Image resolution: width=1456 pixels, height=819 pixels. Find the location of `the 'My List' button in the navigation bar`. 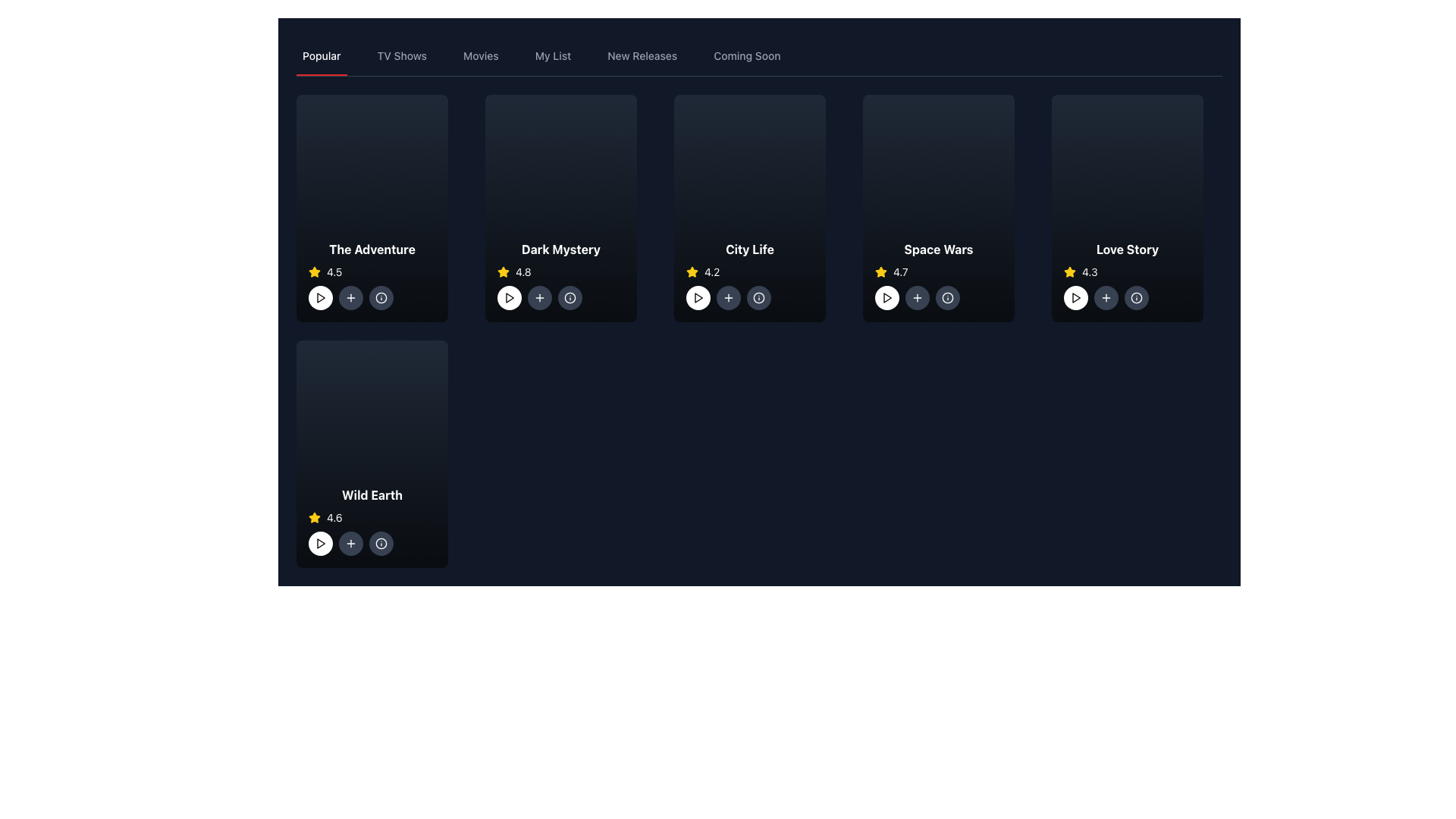

the 'My List' button in the navigation bar is located at coordinates (552, 55).